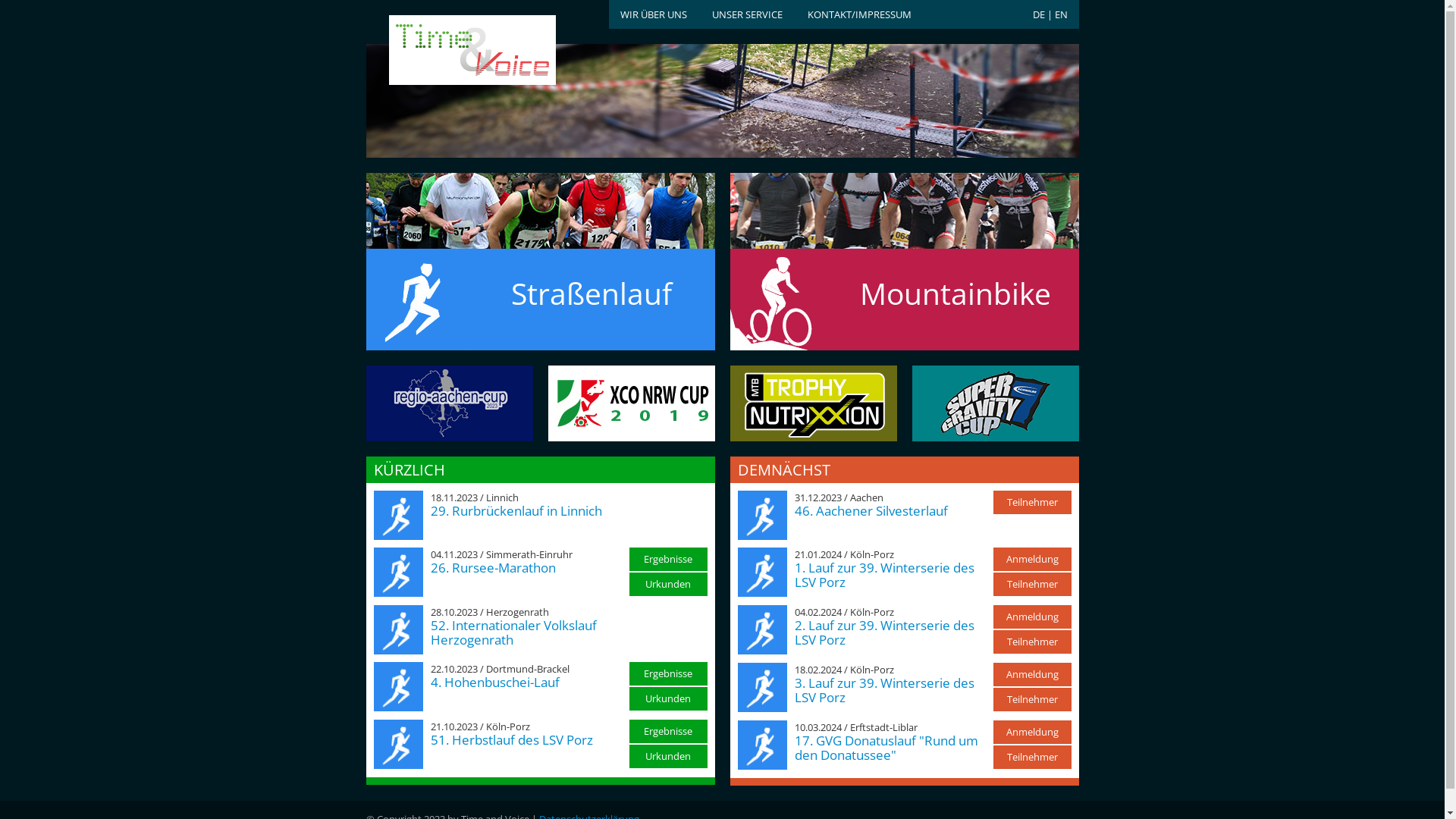 The width and height of the screenshot is (1456, 819). Describe the element at coordinates (1031, 559) in the screenshot. I see `'Anmeldung'` at that location.